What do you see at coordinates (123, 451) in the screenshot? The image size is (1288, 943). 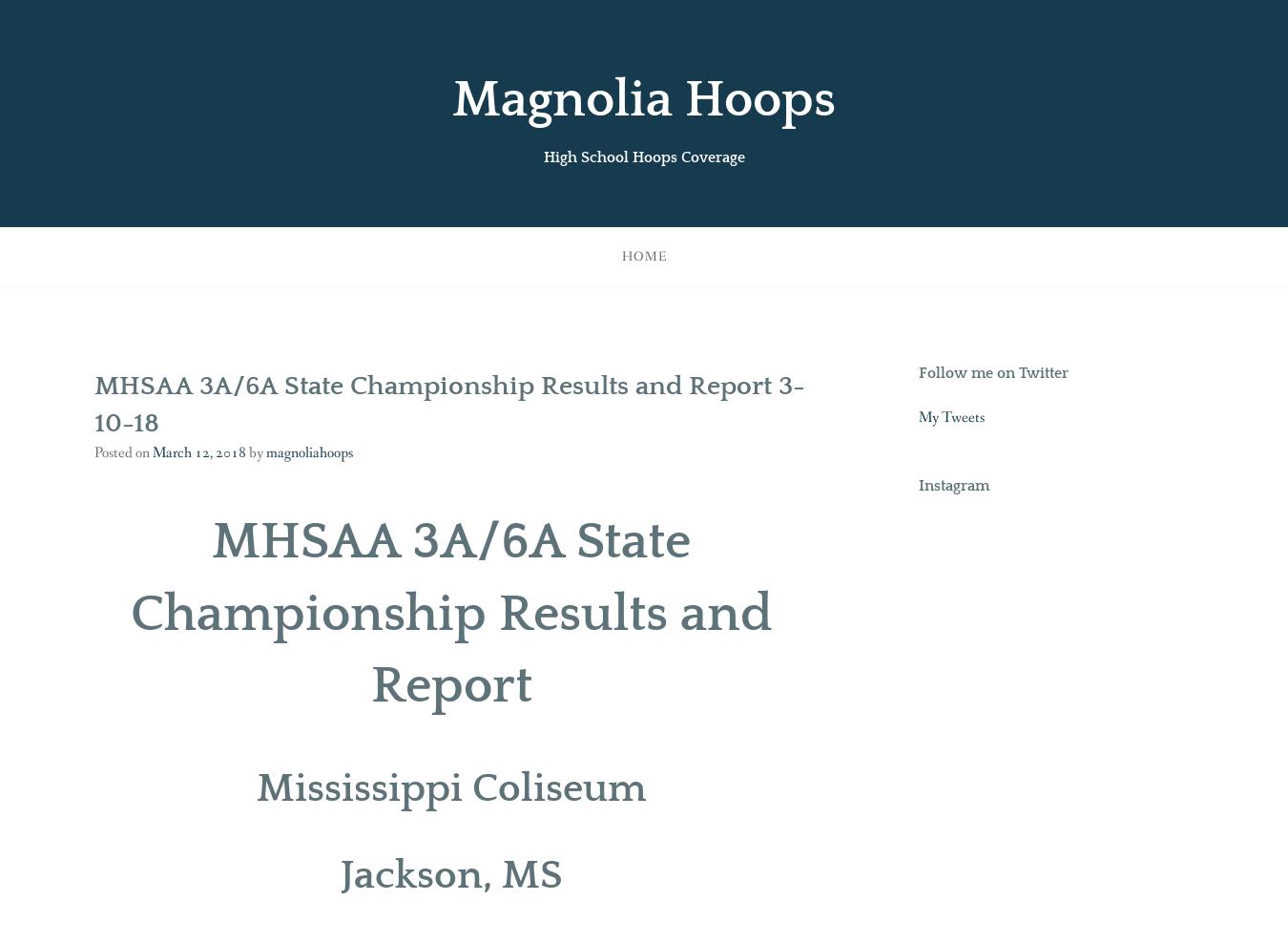 I see `'Posted on'` at bounding box center [123, 451].